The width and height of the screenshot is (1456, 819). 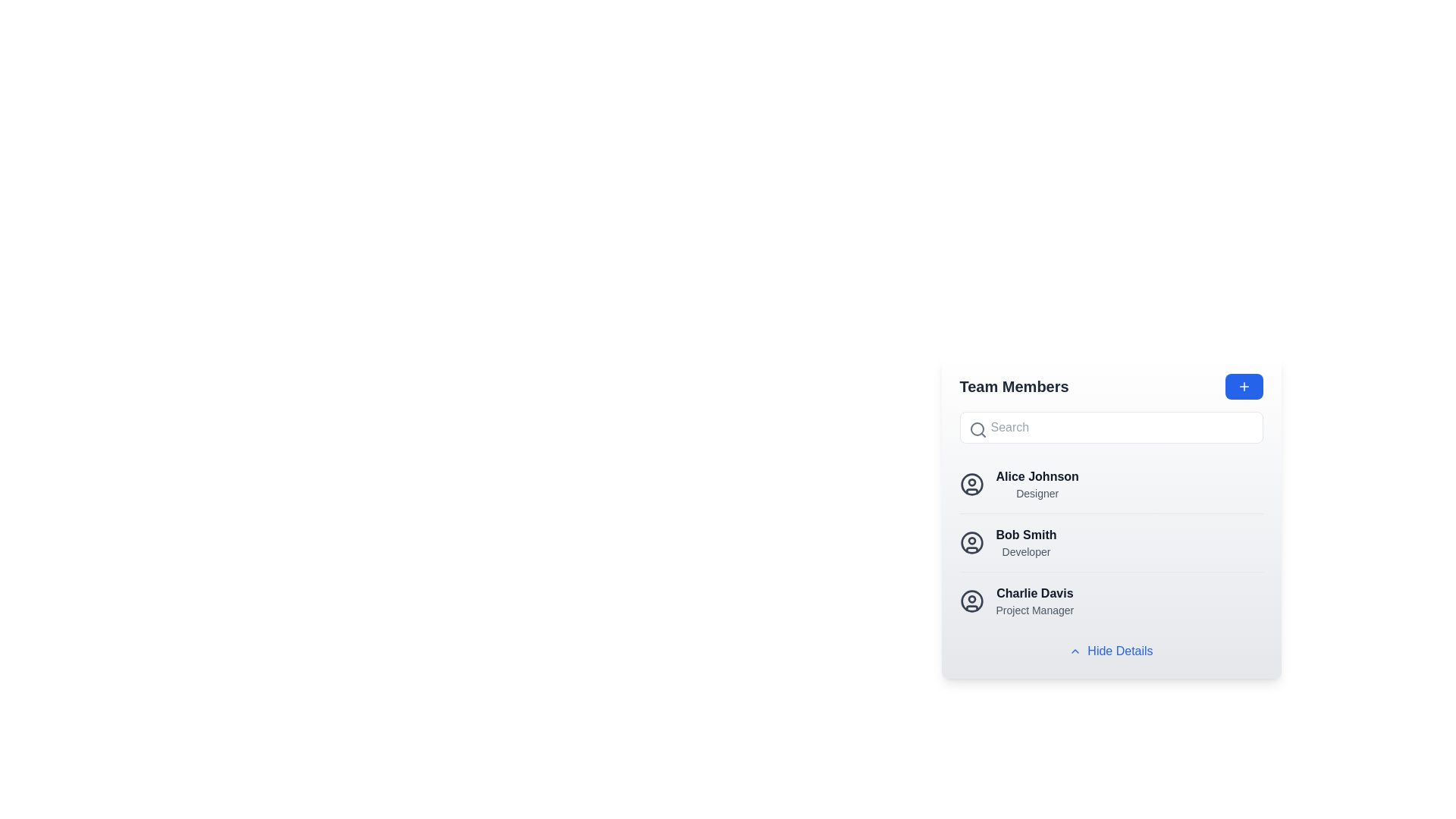 I want to click on the 'Team Members' text label, which is styled in a bold and large font at the top-left corner of the user interface card, adjacent to a blue plus button, so click(x=1014, y=385).